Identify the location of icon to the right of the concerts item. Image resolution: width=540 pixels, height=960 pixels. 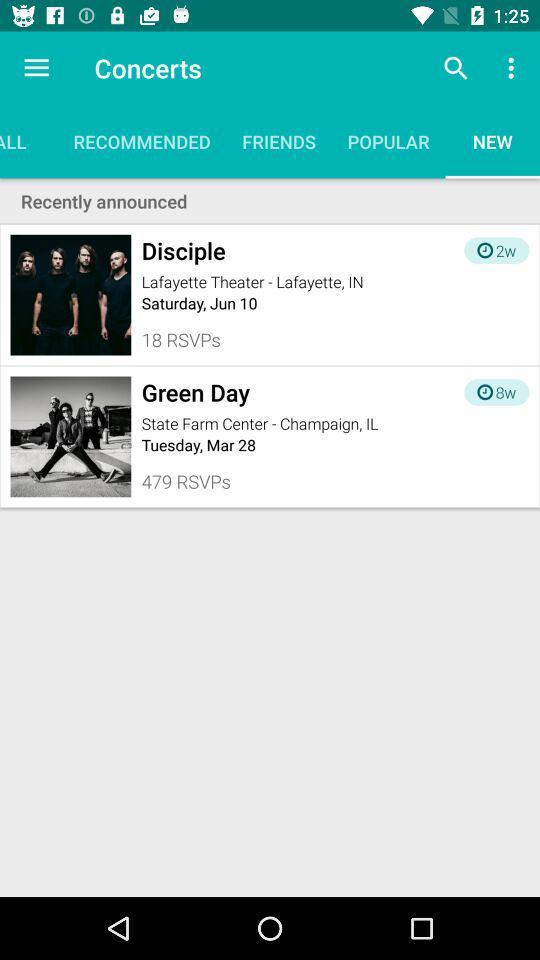
(455, 68).